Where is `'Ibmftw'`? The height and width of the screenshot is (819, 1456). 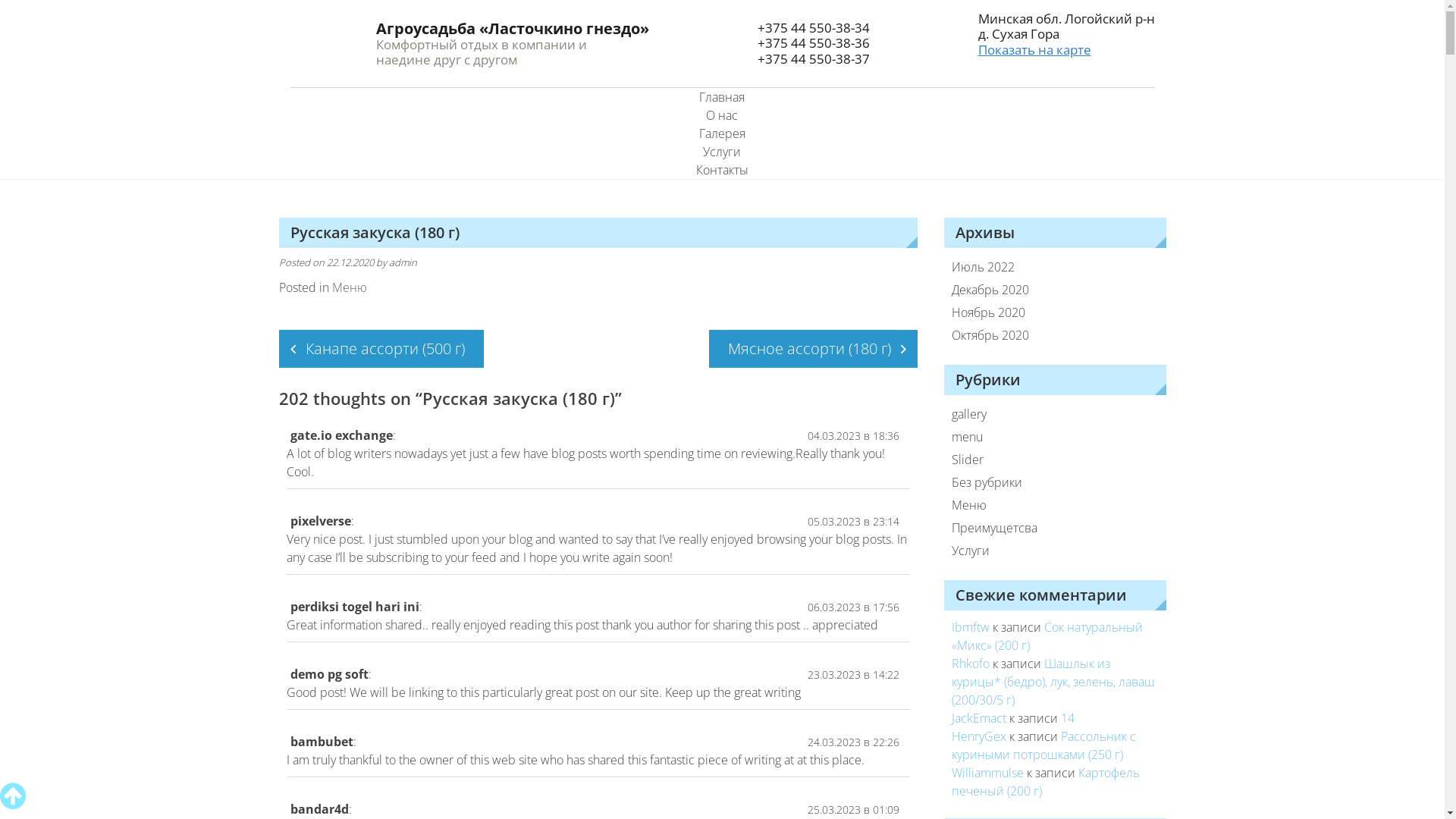
'Ibmftw' is located at coordinates (971, 626).